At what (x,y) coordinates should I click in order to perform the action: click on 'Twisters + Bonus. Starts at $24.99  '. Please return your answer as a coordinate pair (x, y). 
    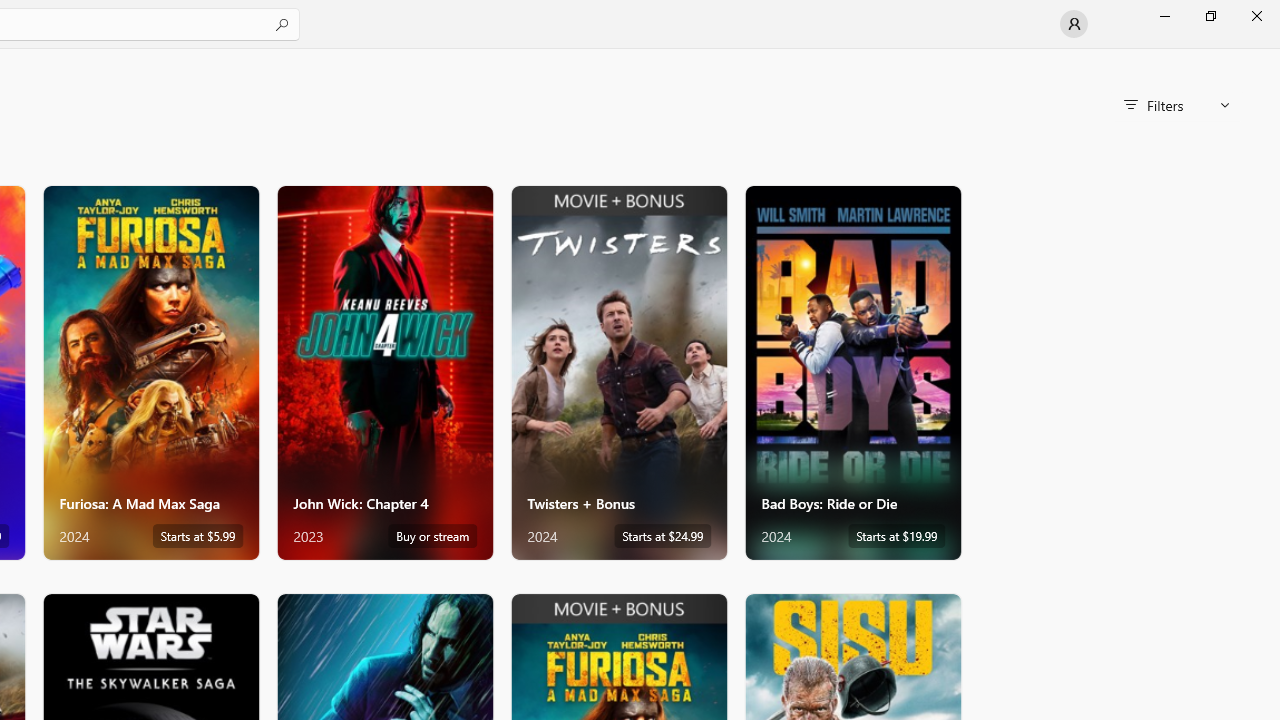
    Looking at the image, I should click on (617, 372).